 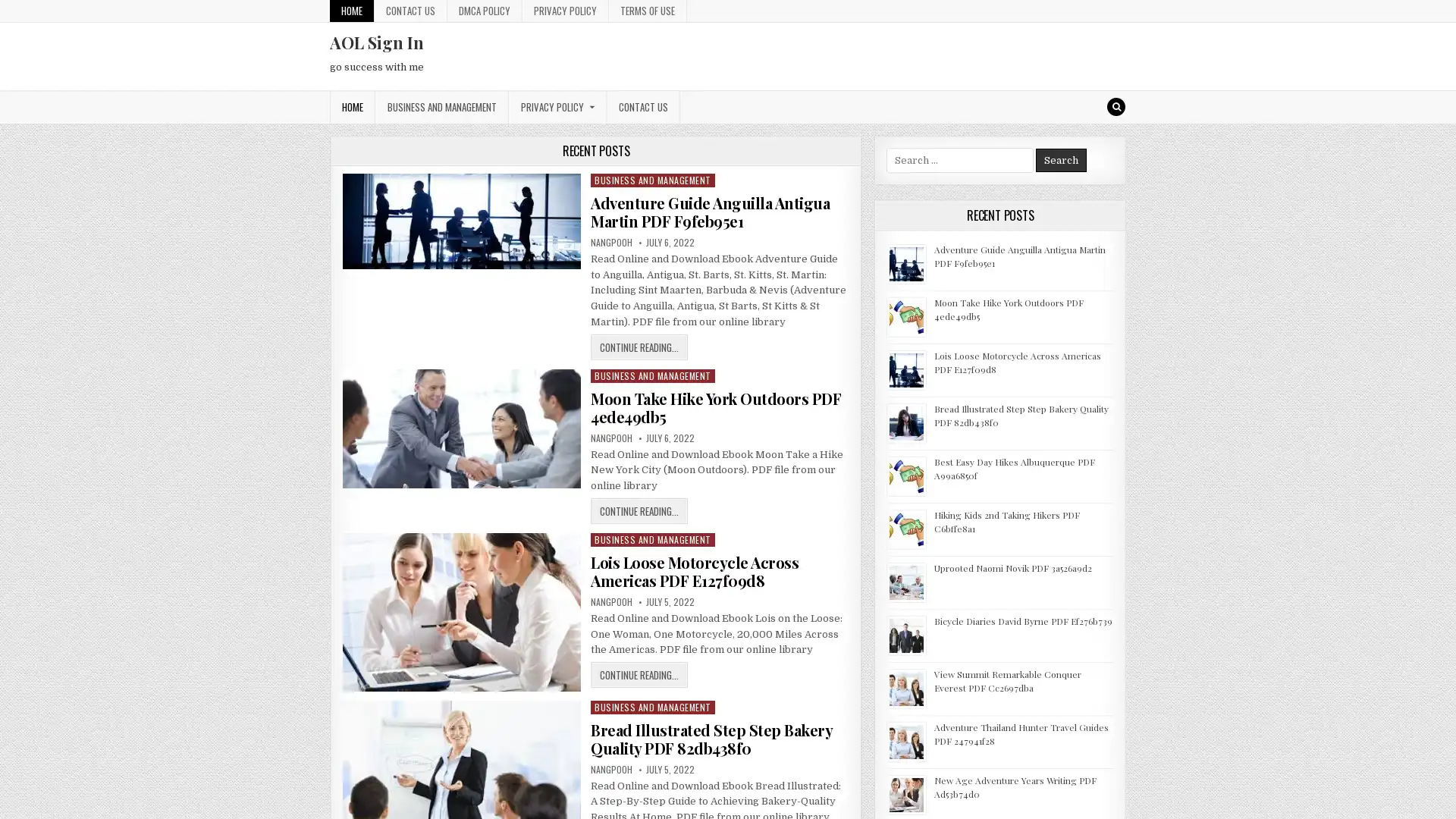 What do you see at coordinates (1060, 160) in the screenshot?
I see `Search` at bounding box center [1060, 160].